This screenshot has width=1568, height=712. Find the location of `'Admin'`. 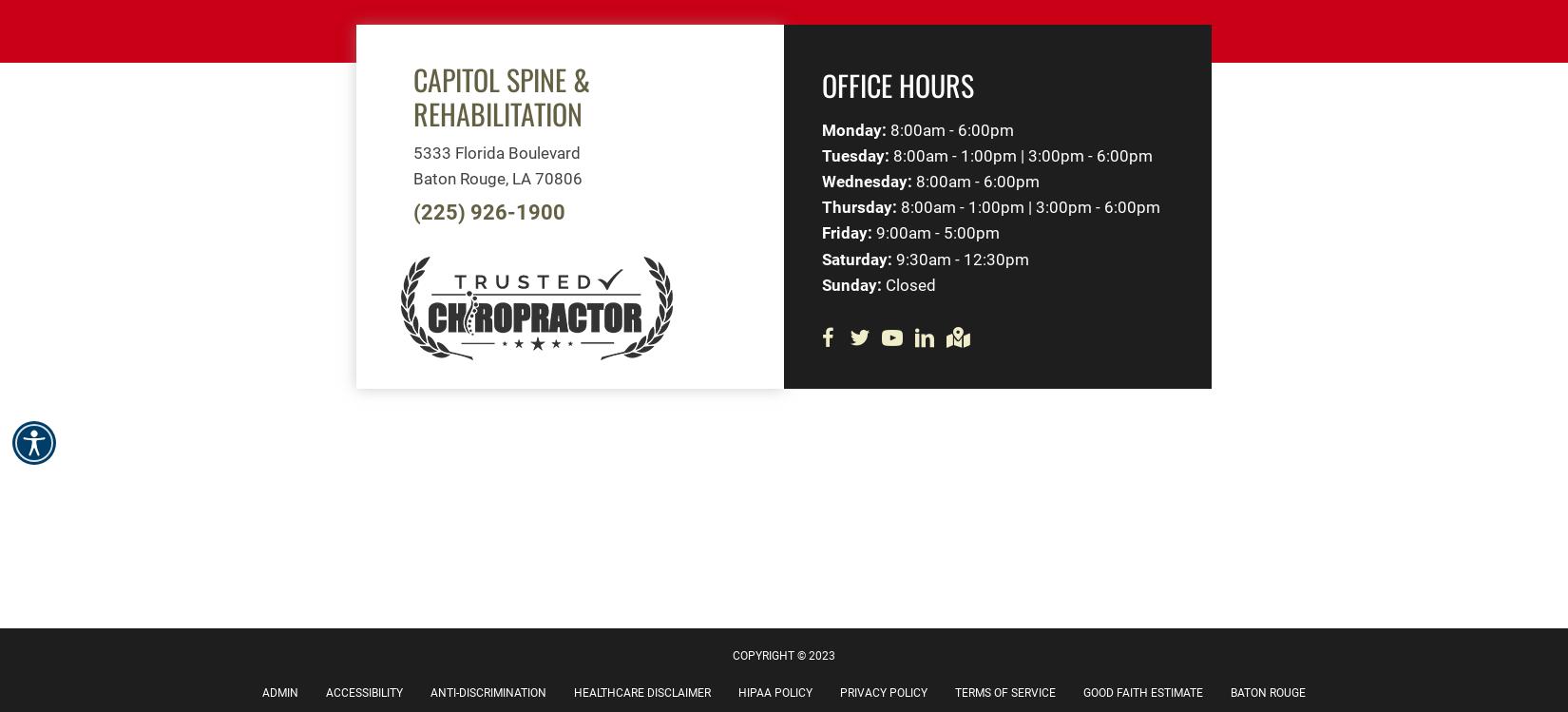

'Admin' is located at coordinates (262, 692).